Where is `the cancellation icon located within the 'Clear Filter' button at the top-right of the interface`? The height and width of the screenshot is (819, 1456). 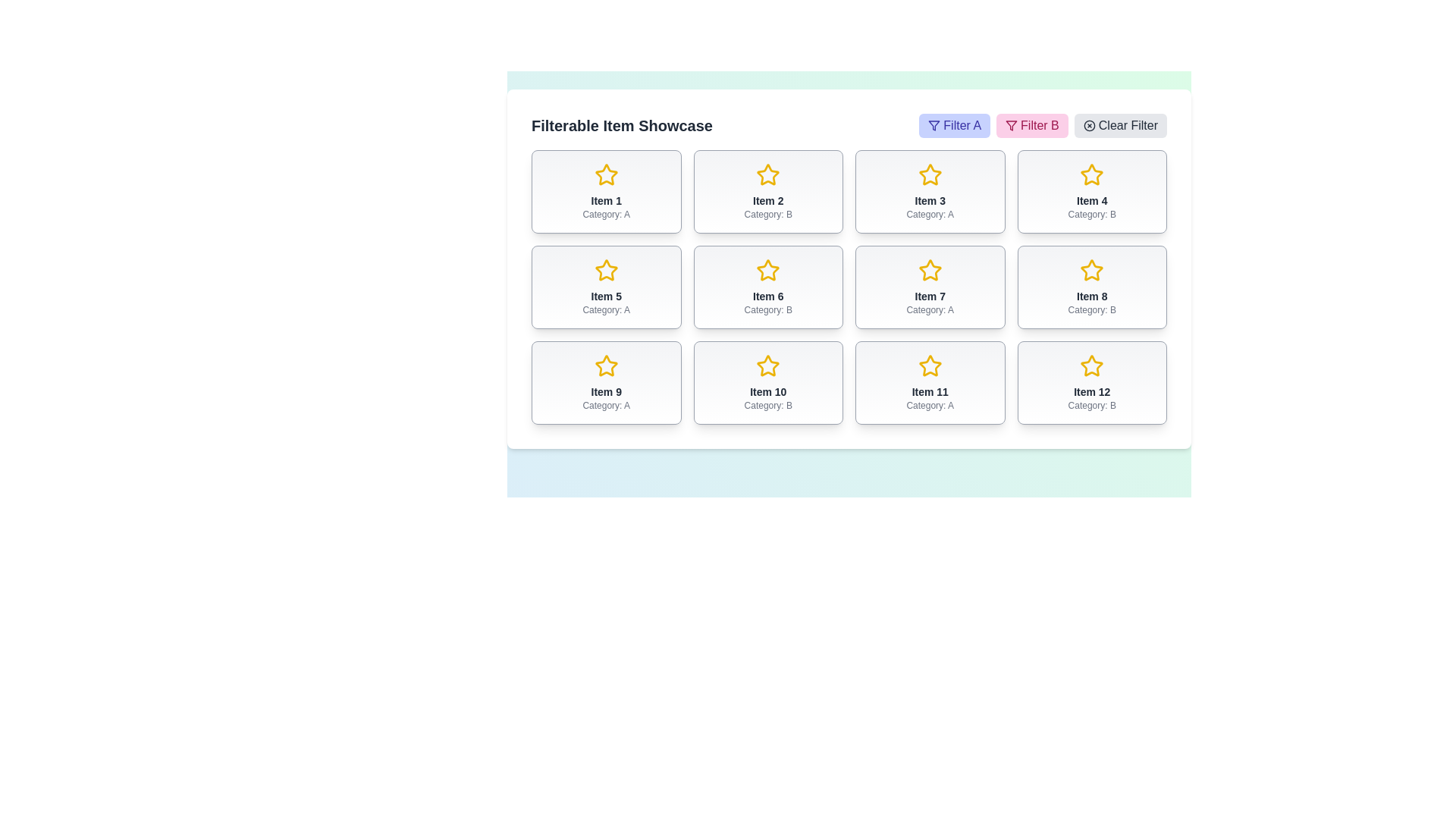
the cancellation icon located within the 'Clear Filter' button at the top-right of the interface is located at coordinates (1088, 124).